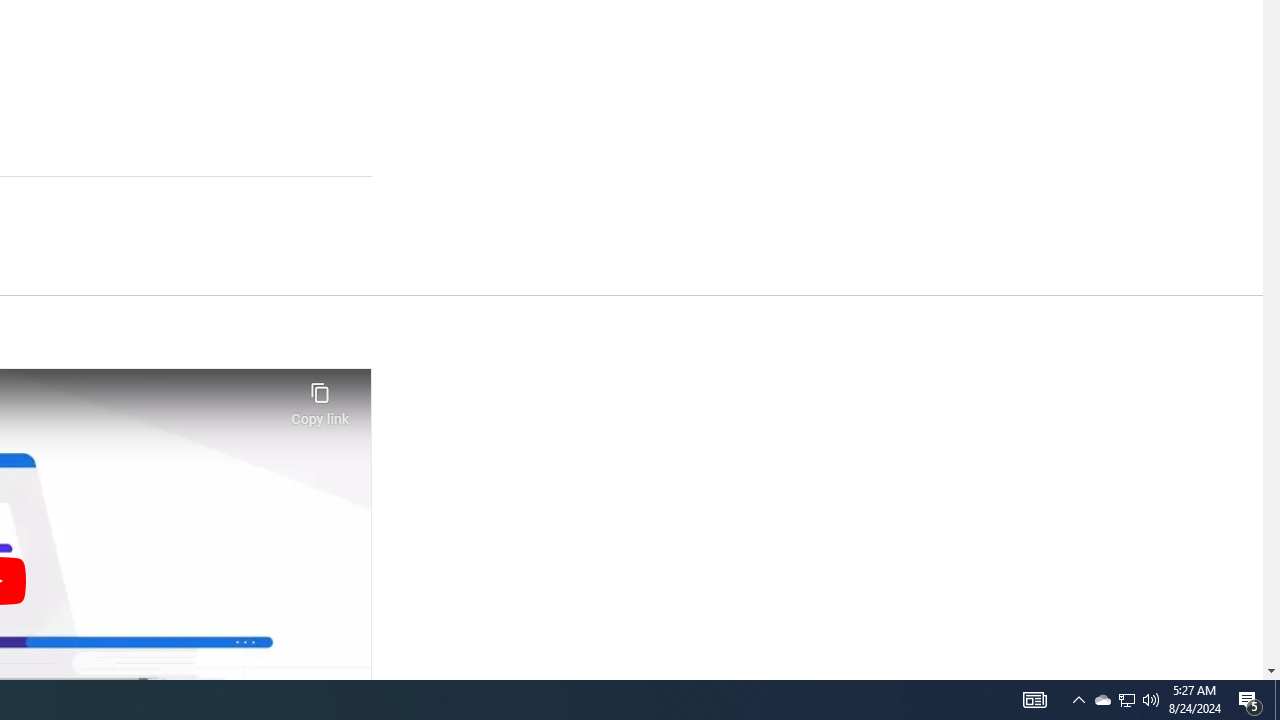  Describe the element at coordinates (320, 398) in the screenshot. I see `'Copy link'` at that location.